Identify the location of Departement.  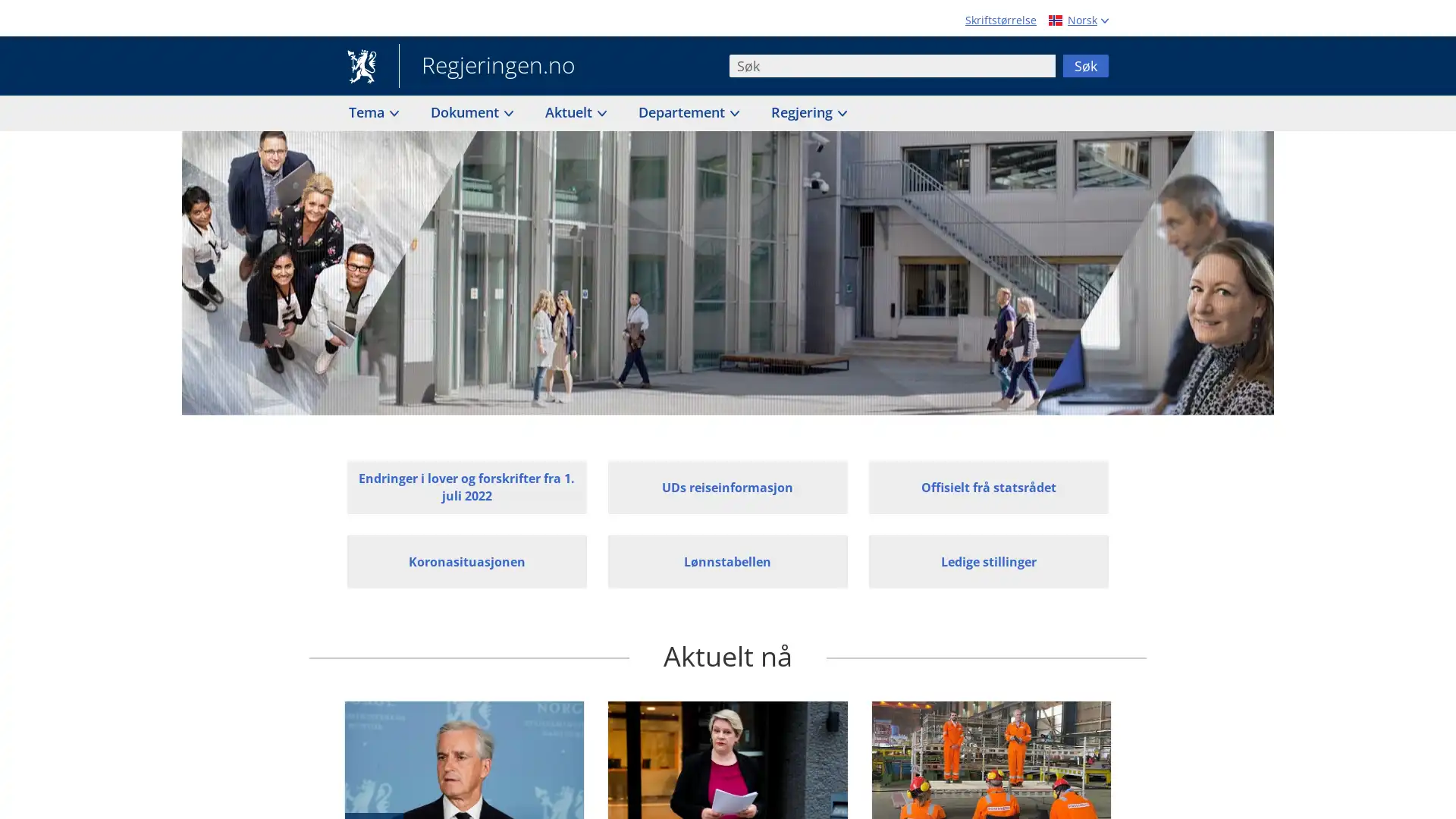
(687, 111).